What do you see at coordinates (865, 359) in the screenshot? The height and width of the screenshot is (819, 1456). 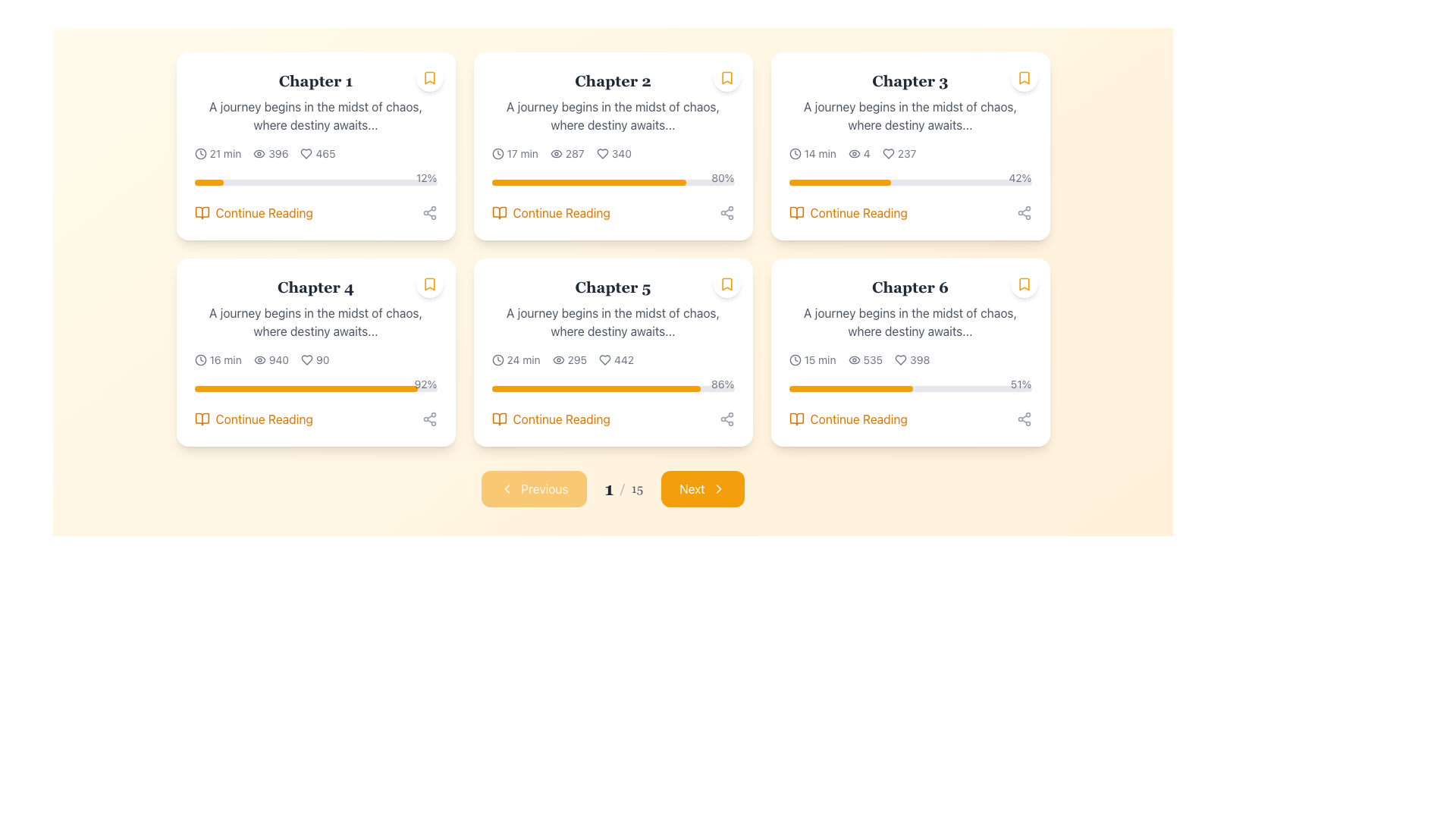 I see `the static text element displaying the numeric value '535' next to the eye-shaped icon in the statistics section for Chapter 6` at bounding box center [865, 359].